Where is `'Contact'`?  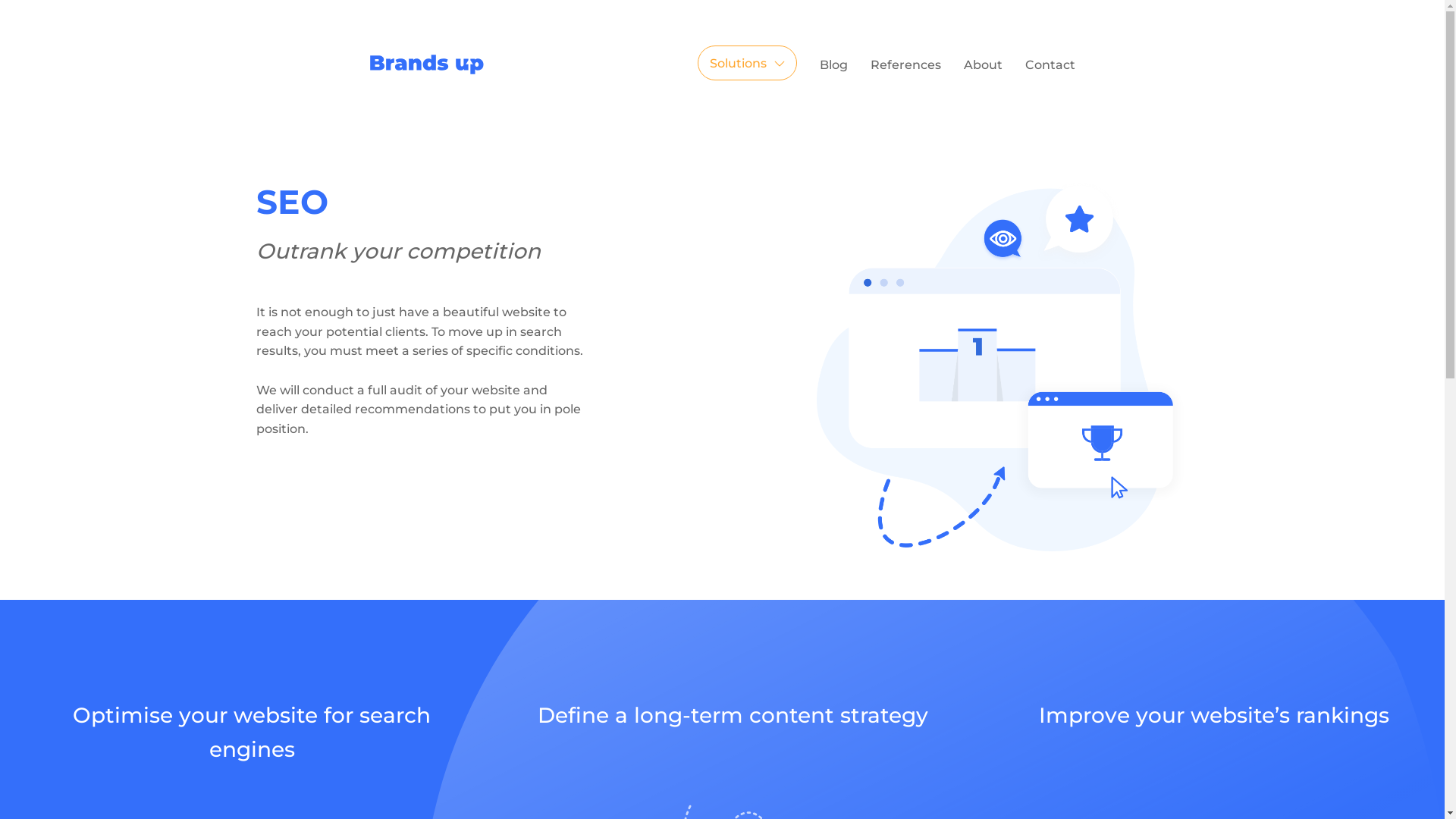
'Contact' is located at coordinates (1050, 64).